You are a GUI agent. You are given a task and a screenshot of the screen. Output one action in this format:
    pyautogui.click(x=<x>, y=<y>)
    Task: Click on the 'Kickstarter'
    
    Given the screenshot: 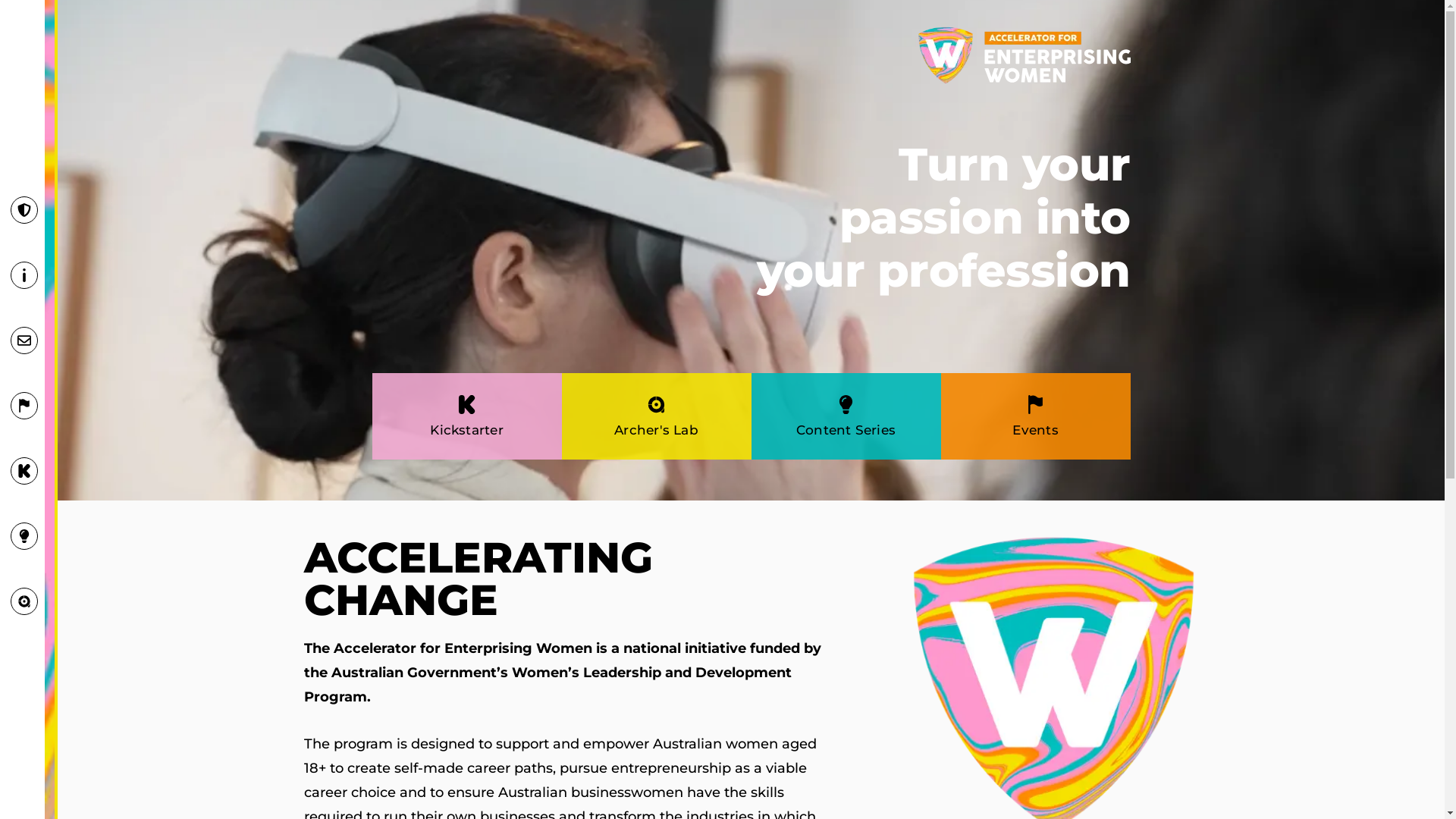 What is the action you would take?
    pyautogui.click(x=465, y=430)
    